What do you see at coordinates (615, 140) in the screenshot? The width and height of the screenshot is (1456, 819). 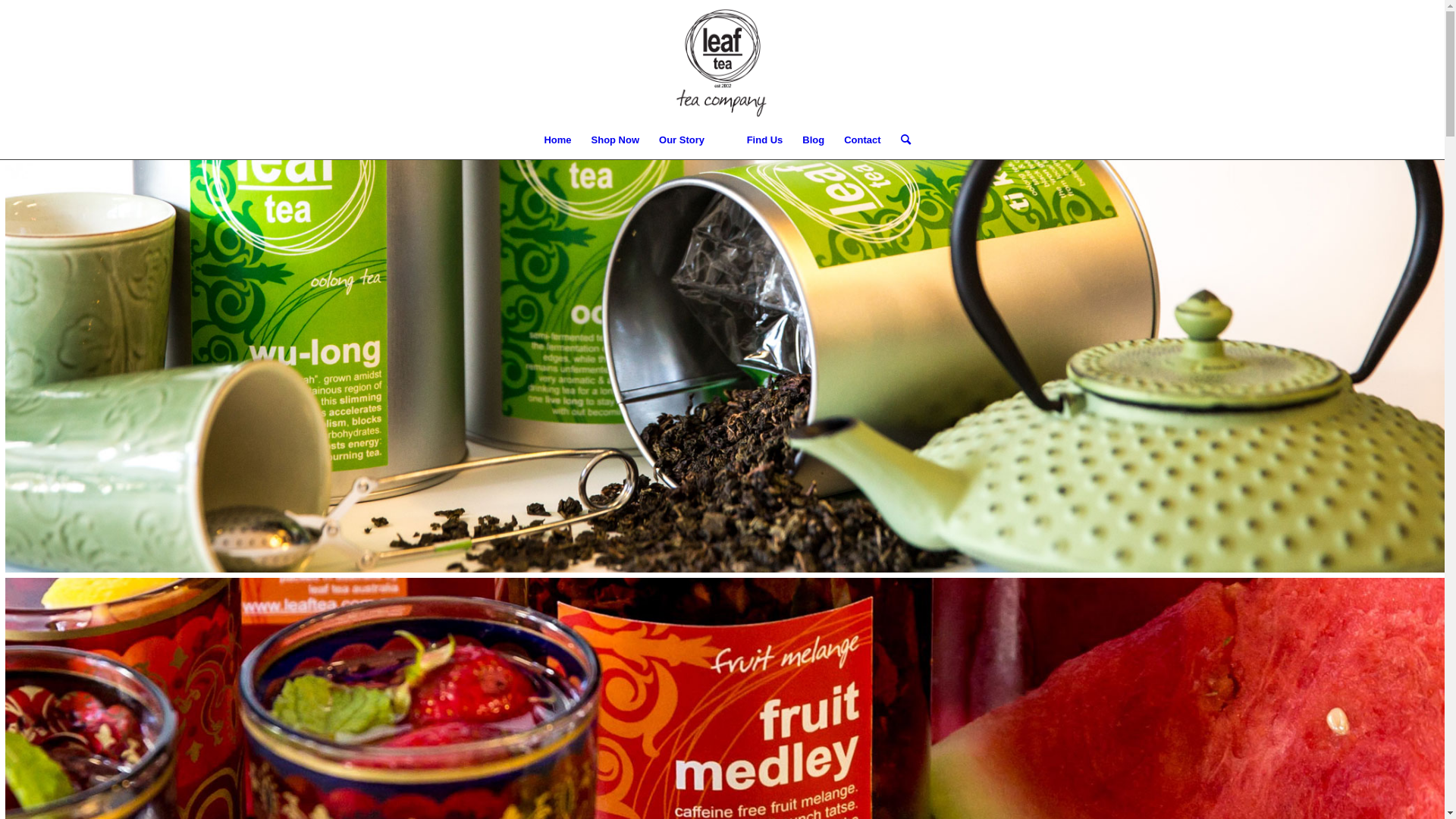 I see `'Shop Now'` at bounding box center [615, 140].